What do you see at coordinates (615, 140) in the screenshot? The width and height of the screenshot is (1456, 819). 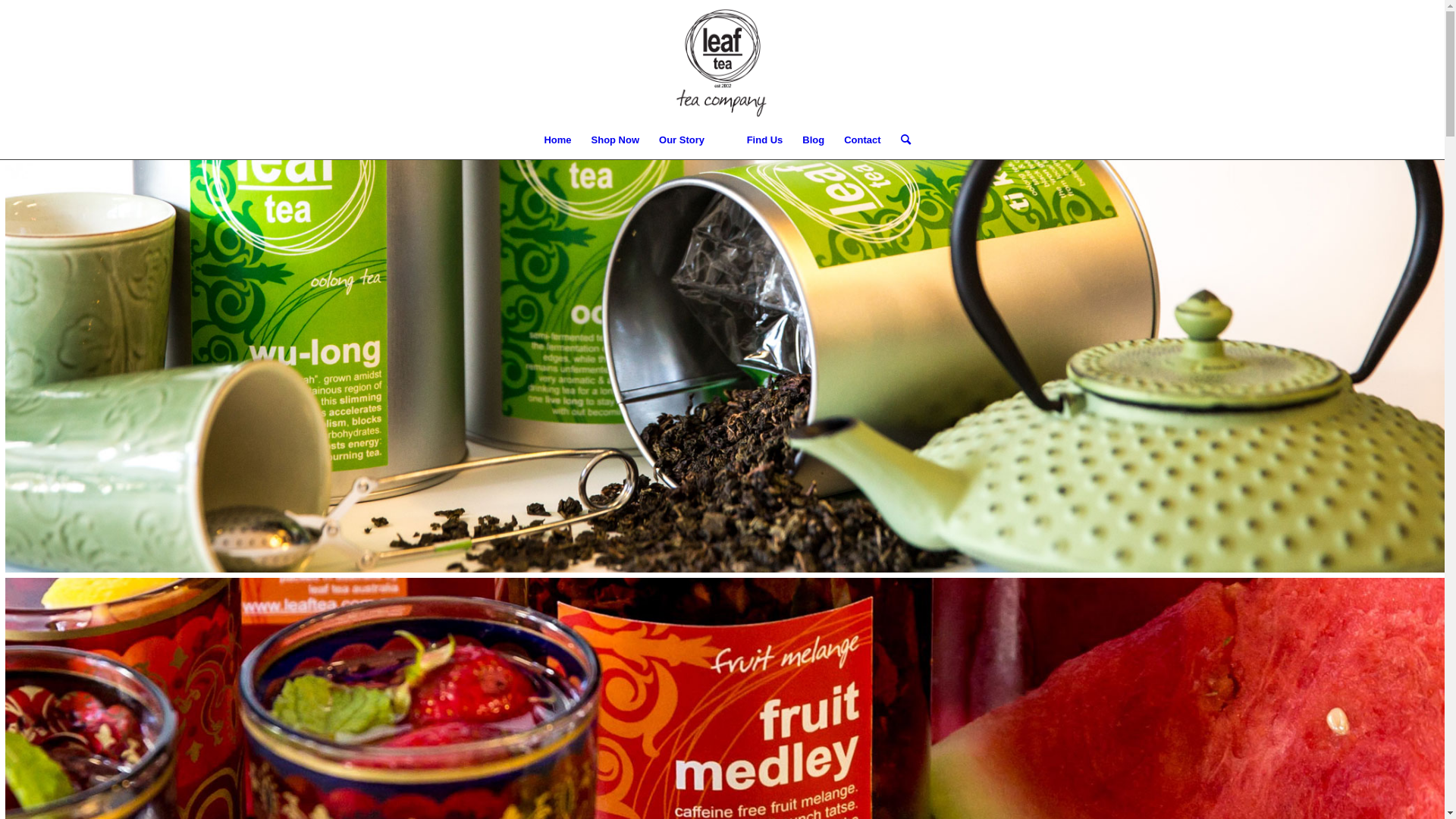 I see `'Shop Now'` at bounding box center [615, 140].